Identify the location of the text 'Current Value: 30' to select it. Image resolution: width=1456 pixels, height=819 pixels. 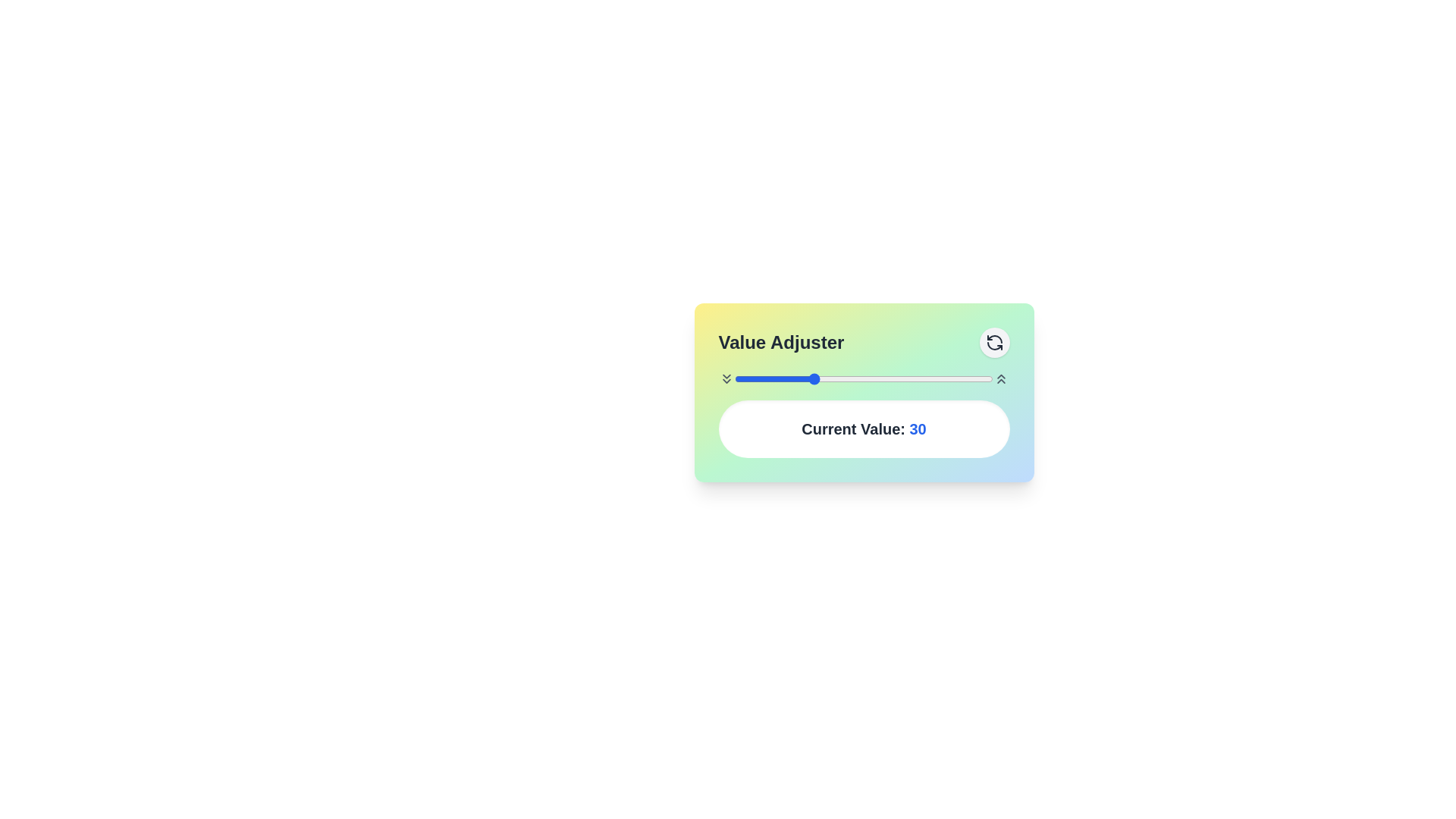
(864, 429).